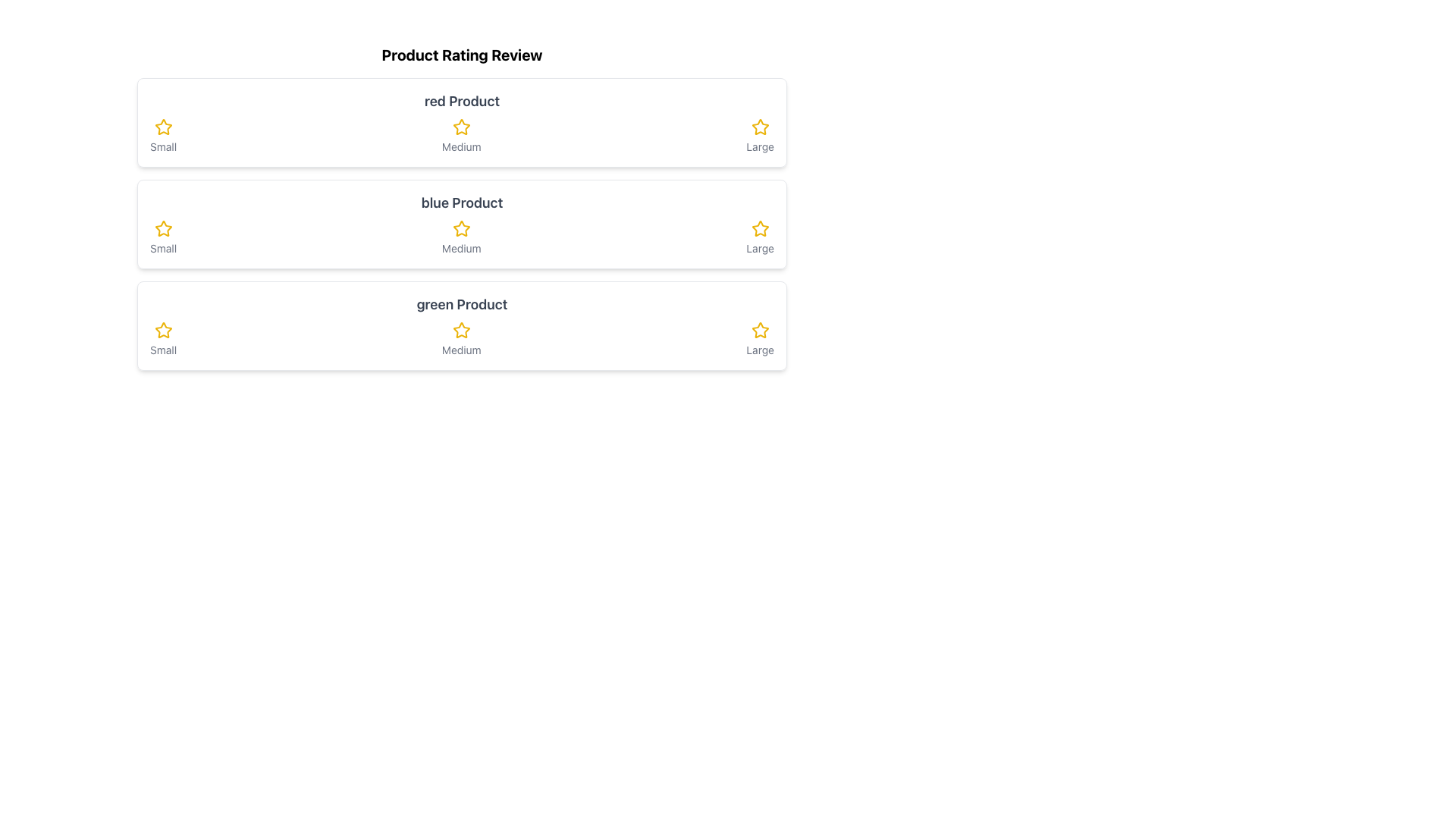  What do you see at coordinates (460, 127) in the screenshot?
I see `the medium rating star icon for the 'red Product', which is the second star in the rating row and visually indicates a medium rating option` at bounding box center [460, 127].